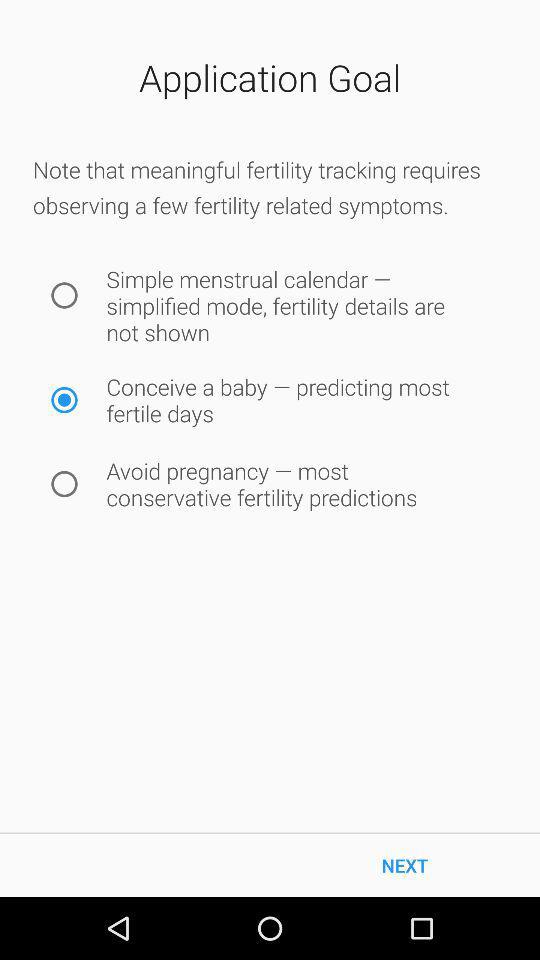 The width and height of the screenshot is (540, 960). Describe the element at coordinates (64, 483) in the screenshot. I see `icon next to avoid pregnancy most icon` at that location.